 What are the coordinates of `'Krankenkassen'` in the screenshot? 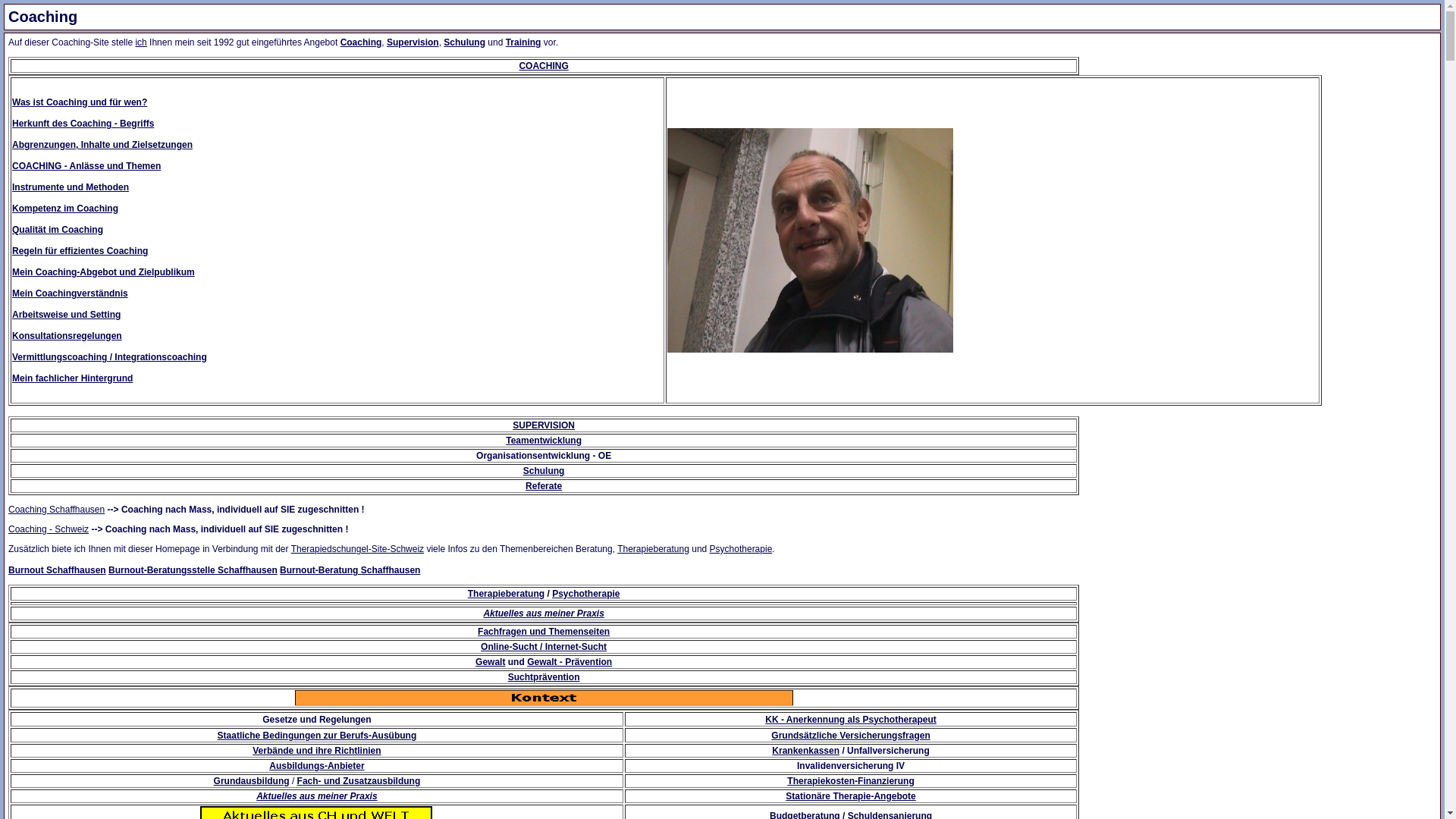 It's located at (805, 751).